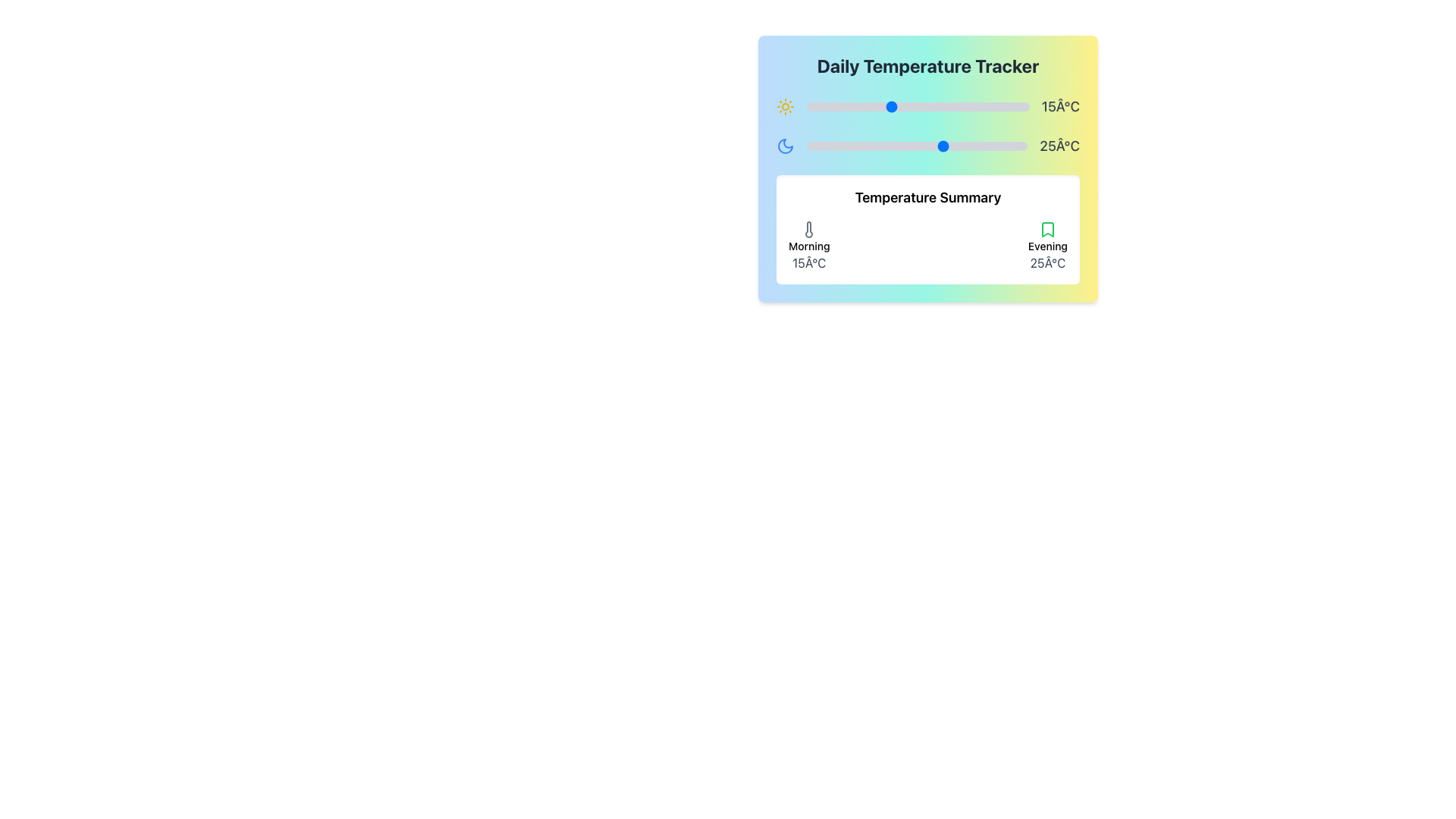 This screenshot has height=819, width=1456. Describe the element at coordinates (1047, 262) in the screenshot. I see `the text label displaying '25°C' in dark gray text, located below the 'Evening' label within the 'Temperature Summary' section` at that location.